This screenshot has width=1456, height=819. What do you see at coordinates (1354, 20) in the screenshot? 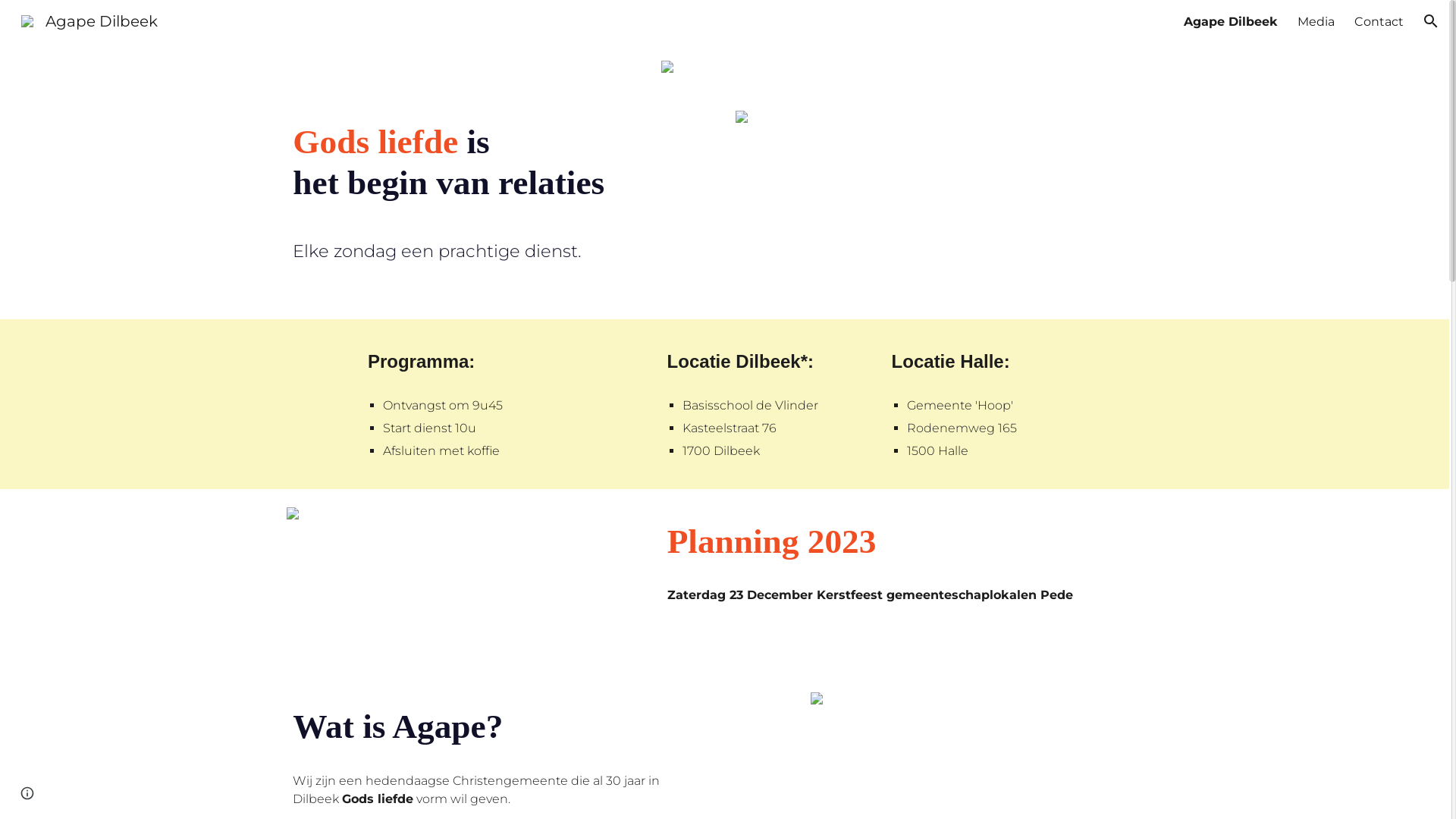
I see `'Contact'` at bounding box center [1354, 20].